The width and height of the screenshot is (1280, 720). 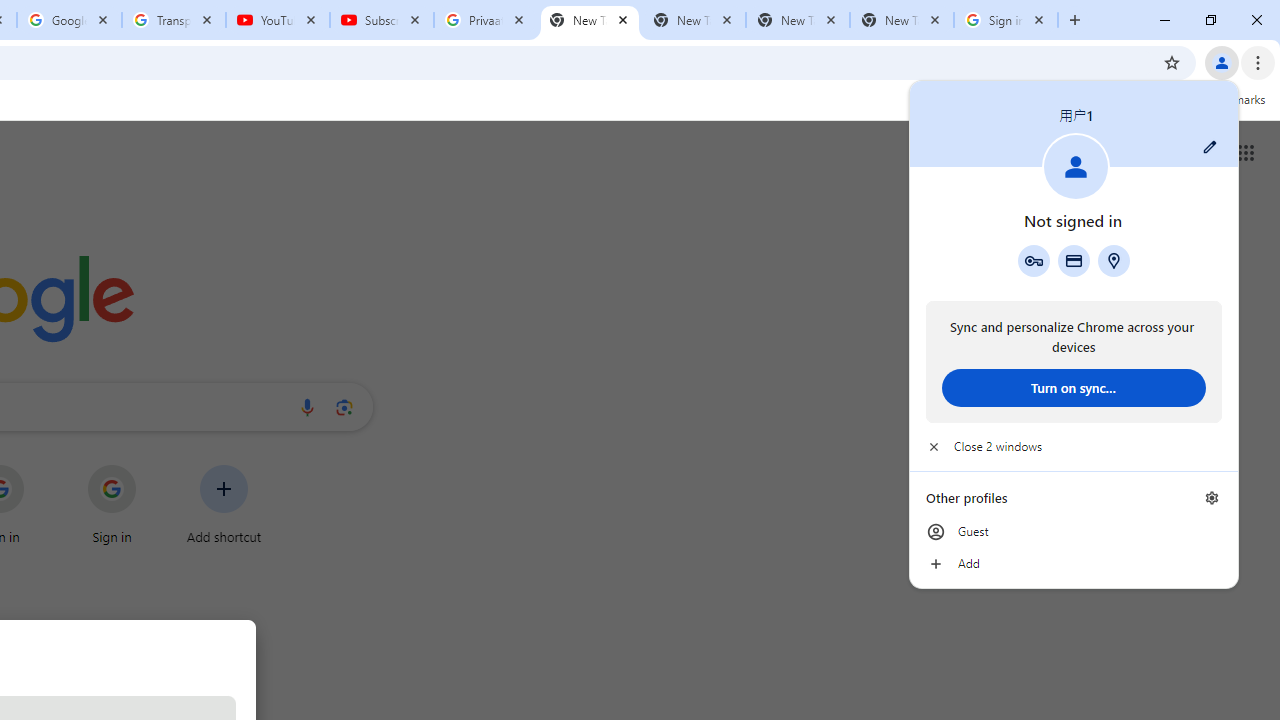 What do you see at coordinates (1073, 260) in the screenshot?
I see `'Payment methods'` at bounding box center [1073, 260].